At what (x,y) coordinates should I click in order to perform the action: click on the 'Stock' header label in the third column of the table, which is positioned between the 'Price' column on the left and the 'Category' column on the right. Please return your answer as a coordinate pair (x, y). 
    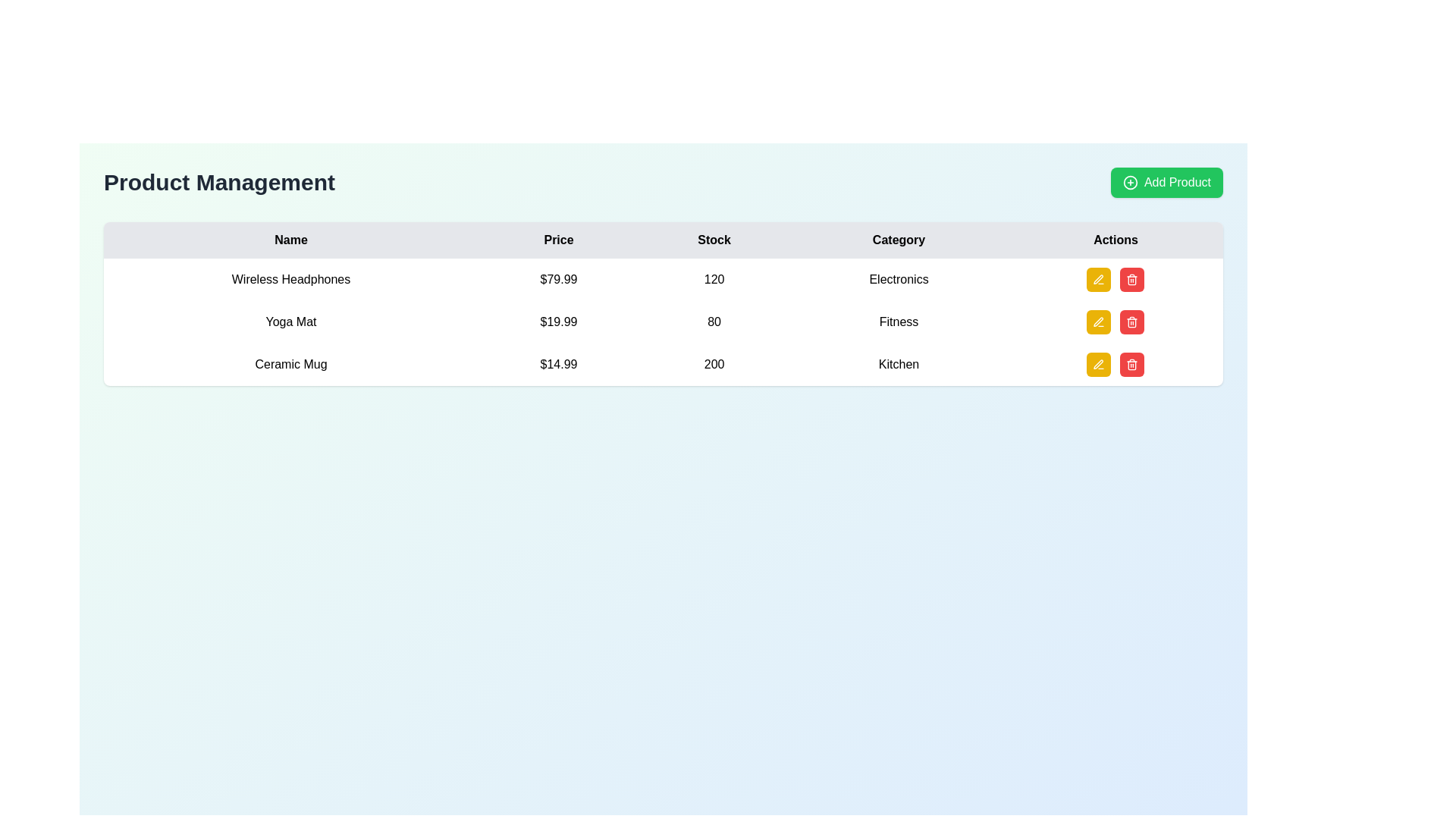
    Looking at the image, I should click on (714, 239).